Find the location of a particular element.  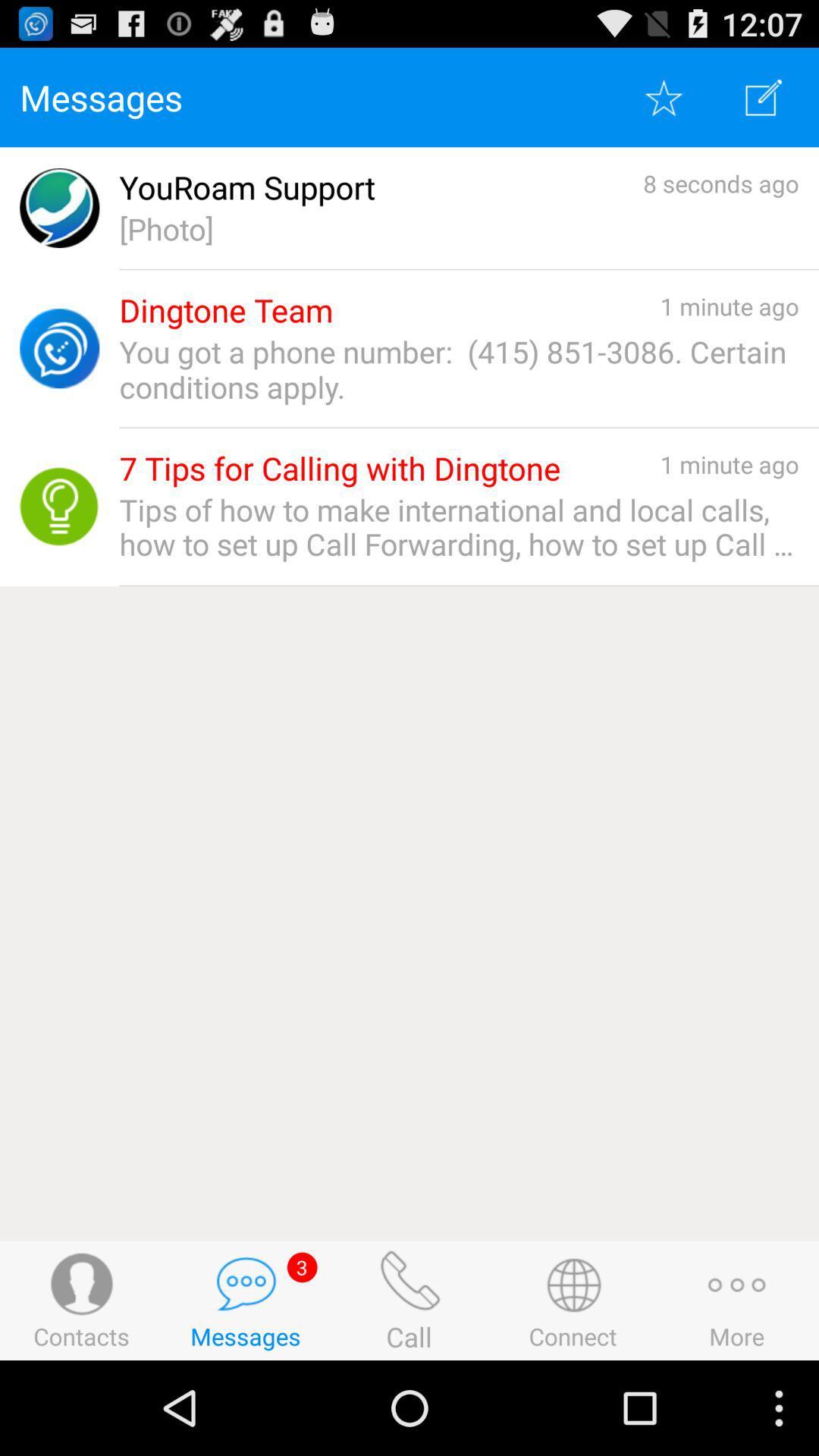

the app to the left of 8 seconds ago app is located at coordinates (246, 187).